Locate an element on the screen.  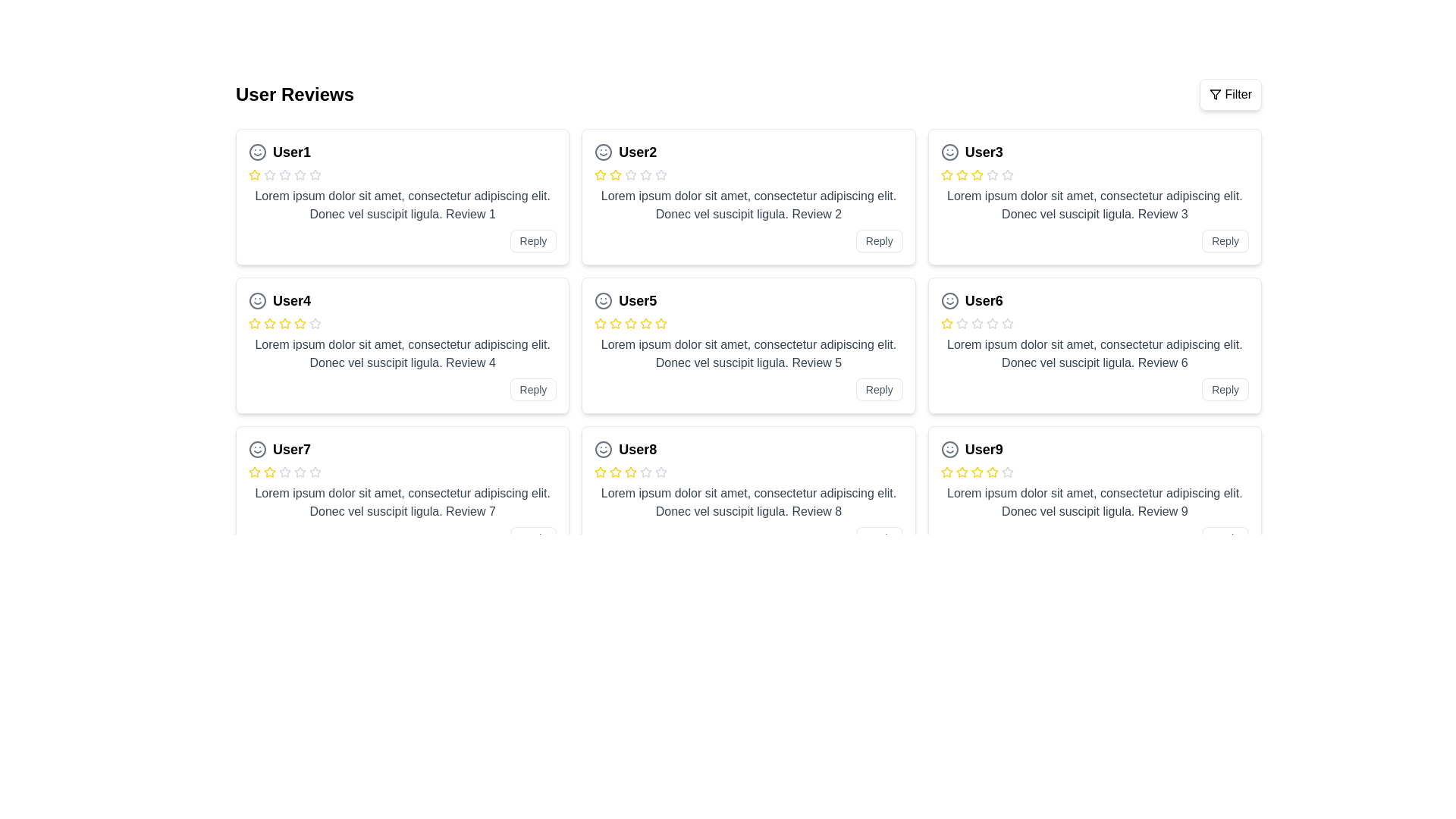
the smiley face icon associated with the user review from 'User1' located at the top-left corner of the reviews grid is located at coordinates (258, 152).